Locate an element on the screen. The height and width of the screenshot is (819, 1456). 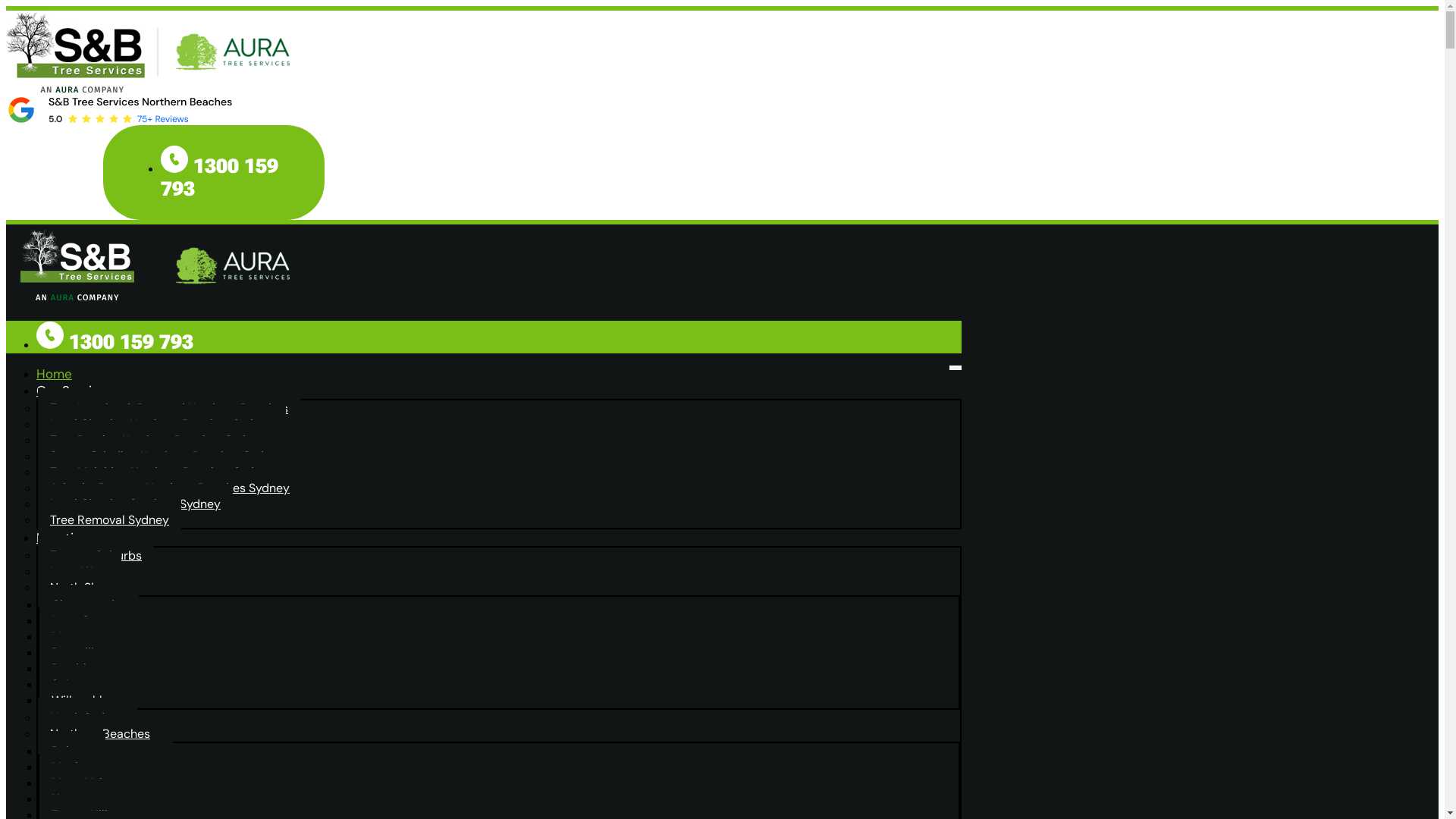
'Inner West' is located at coordinates (79, 571).